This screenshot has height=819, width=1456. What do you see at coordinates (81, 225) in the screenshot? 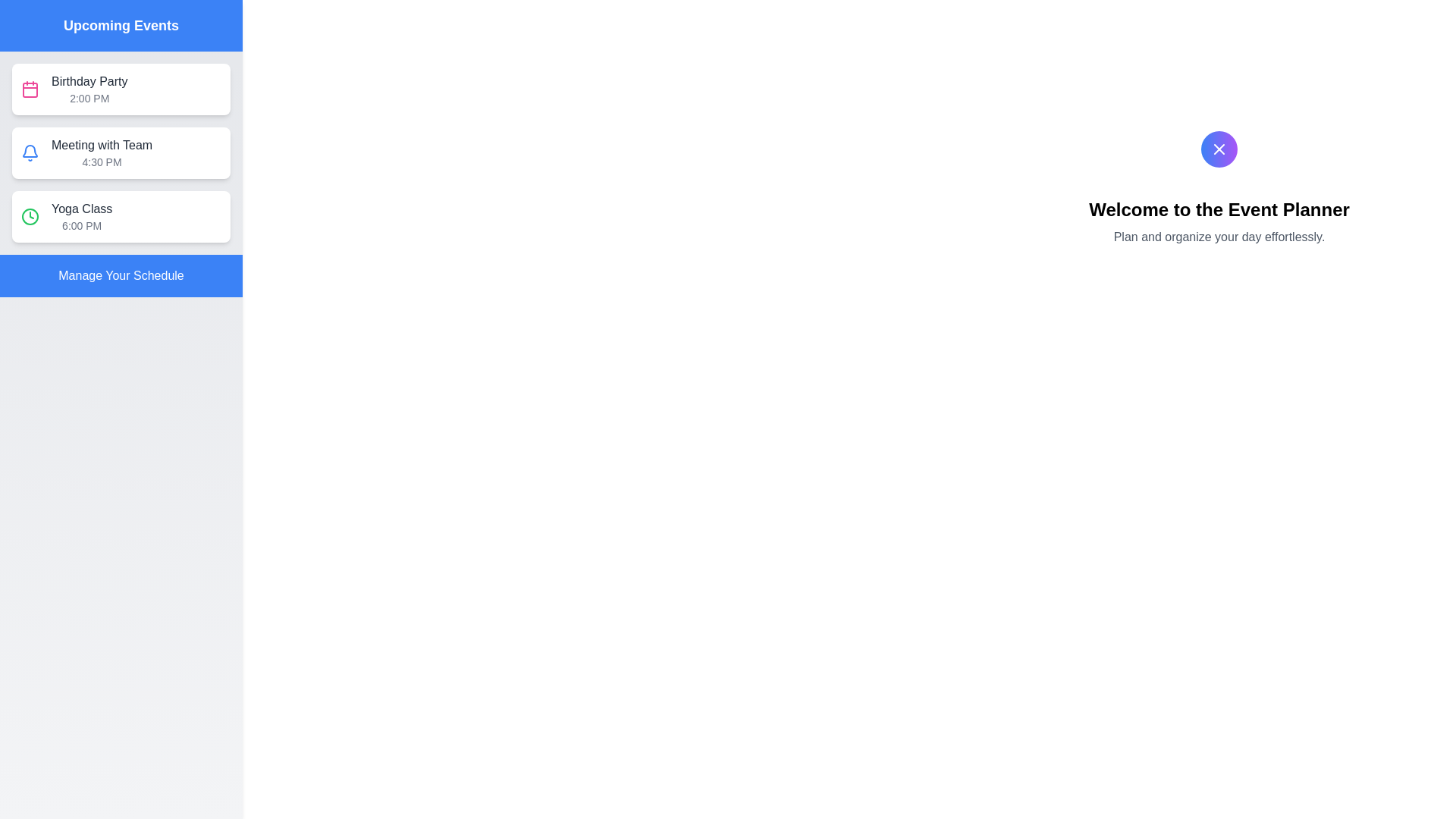
I see `the text label displaying '6:00 PM' that is located below the 'Yoga Class' text in the 'Upcoming Events' section` at bounding box center [81, 225].